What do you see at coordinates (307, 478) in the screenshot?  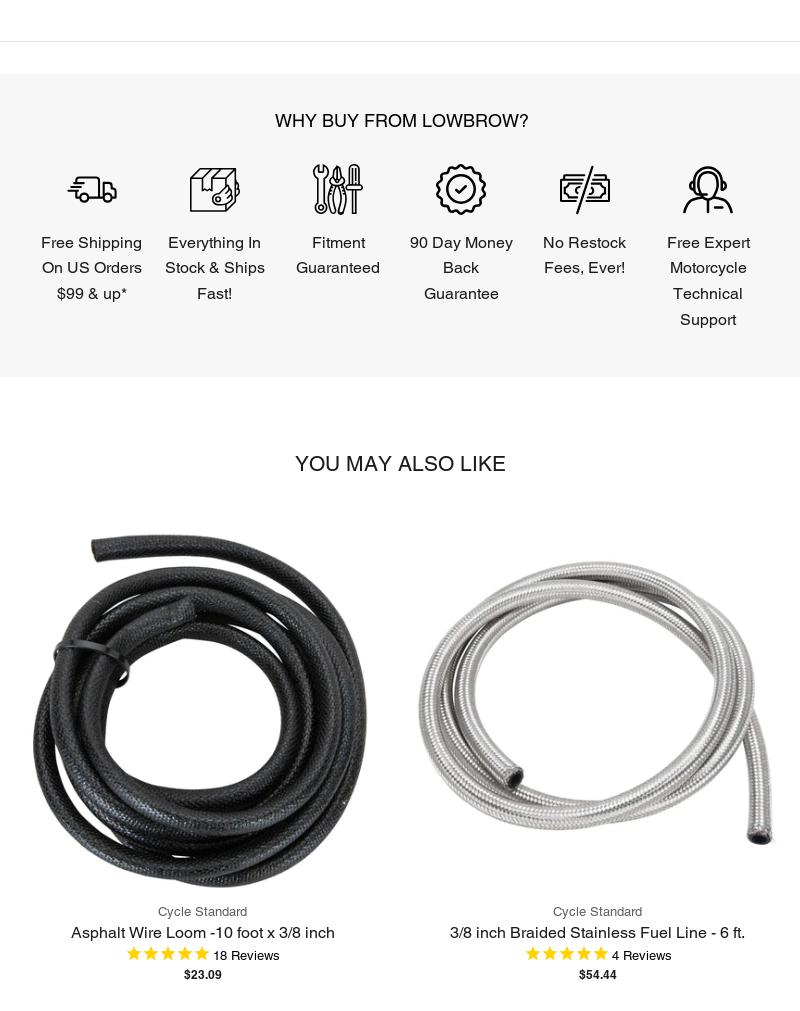 I see `'Powered by Birdeye'` at bounding box center [307, 478].